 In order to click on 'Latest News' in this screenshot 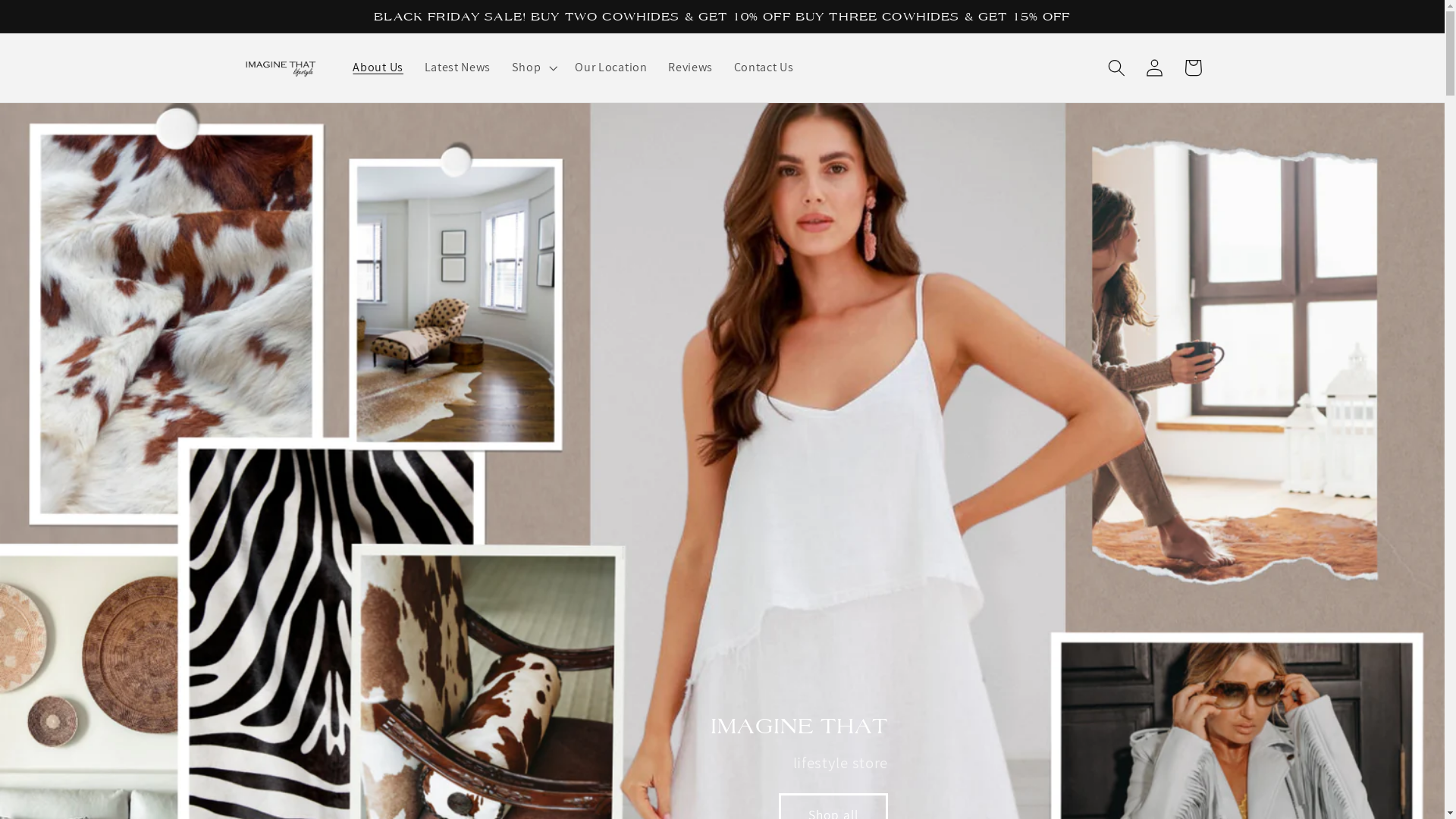, I will do `click(457, 66)`.